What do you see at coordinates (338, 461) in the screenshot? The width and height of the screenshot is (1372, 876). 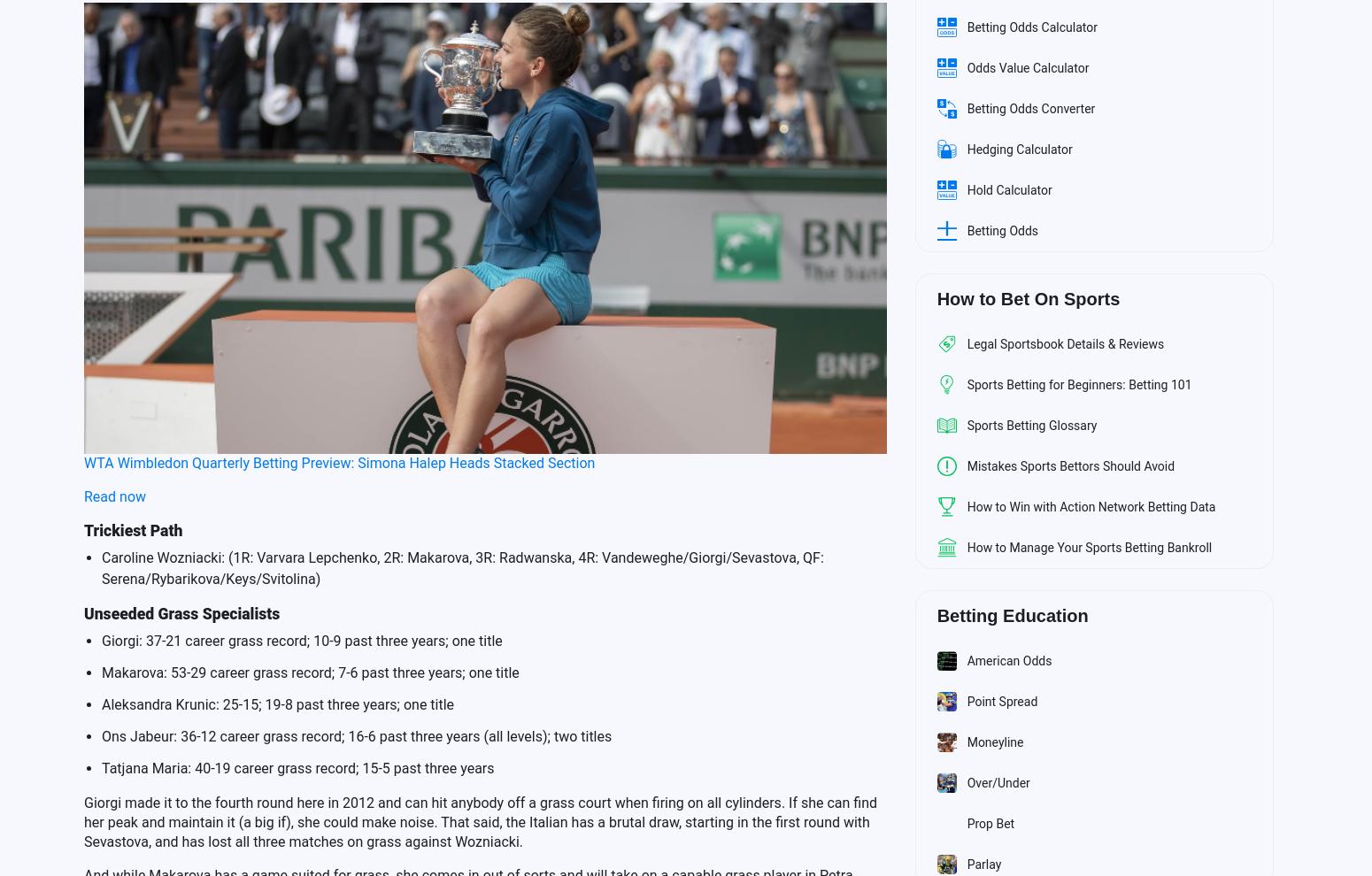 I see `'WTA Wimbledon Quarterly Betting Preview: Simona Halep Heads Stacked Section'` at bounding box center [338, 461].